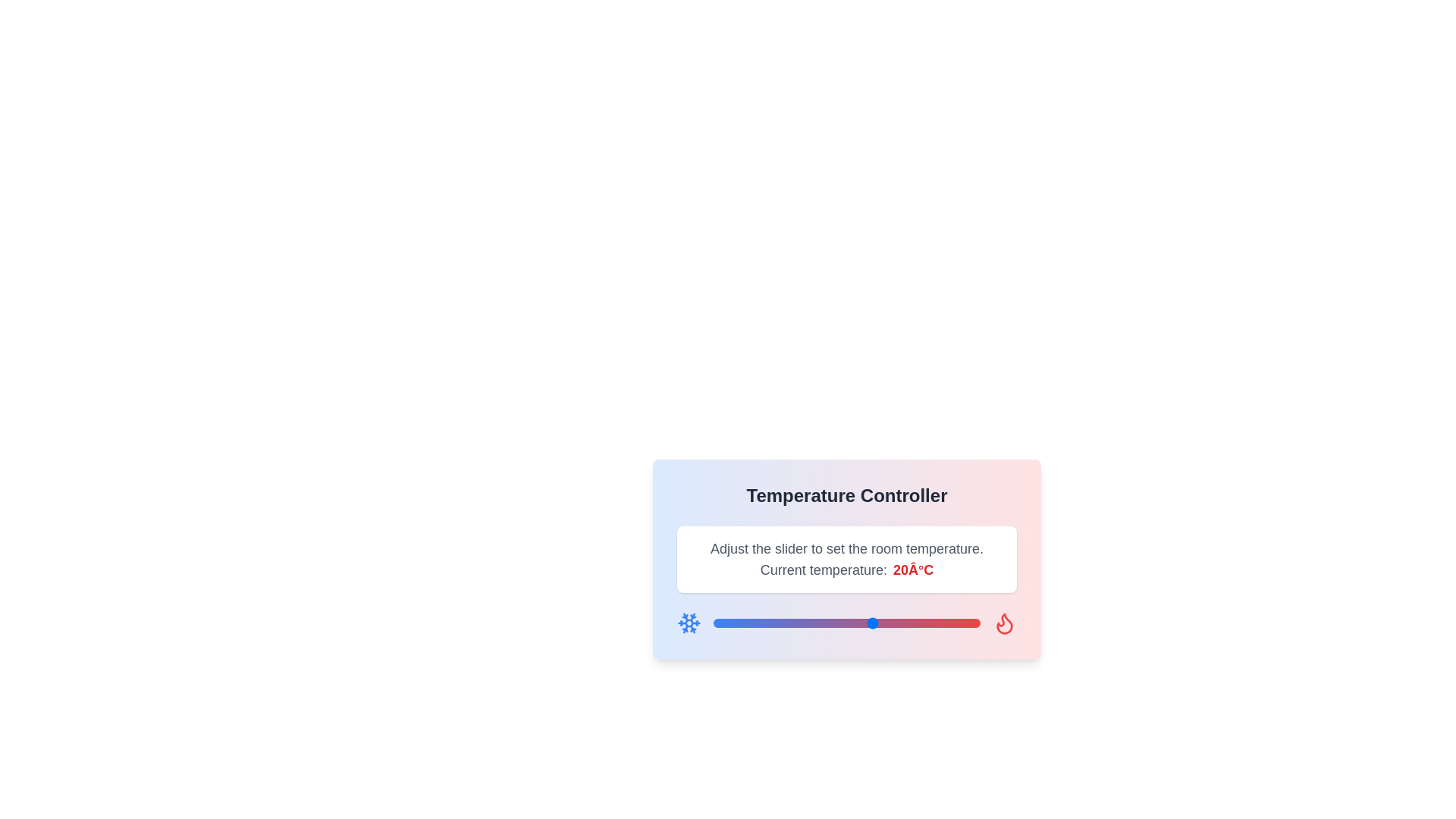 Image resolution: width=1456 pixels, height=819 pixels. I want to click on the temperature slider to set the temperature to -6°C, so click(735, 623).